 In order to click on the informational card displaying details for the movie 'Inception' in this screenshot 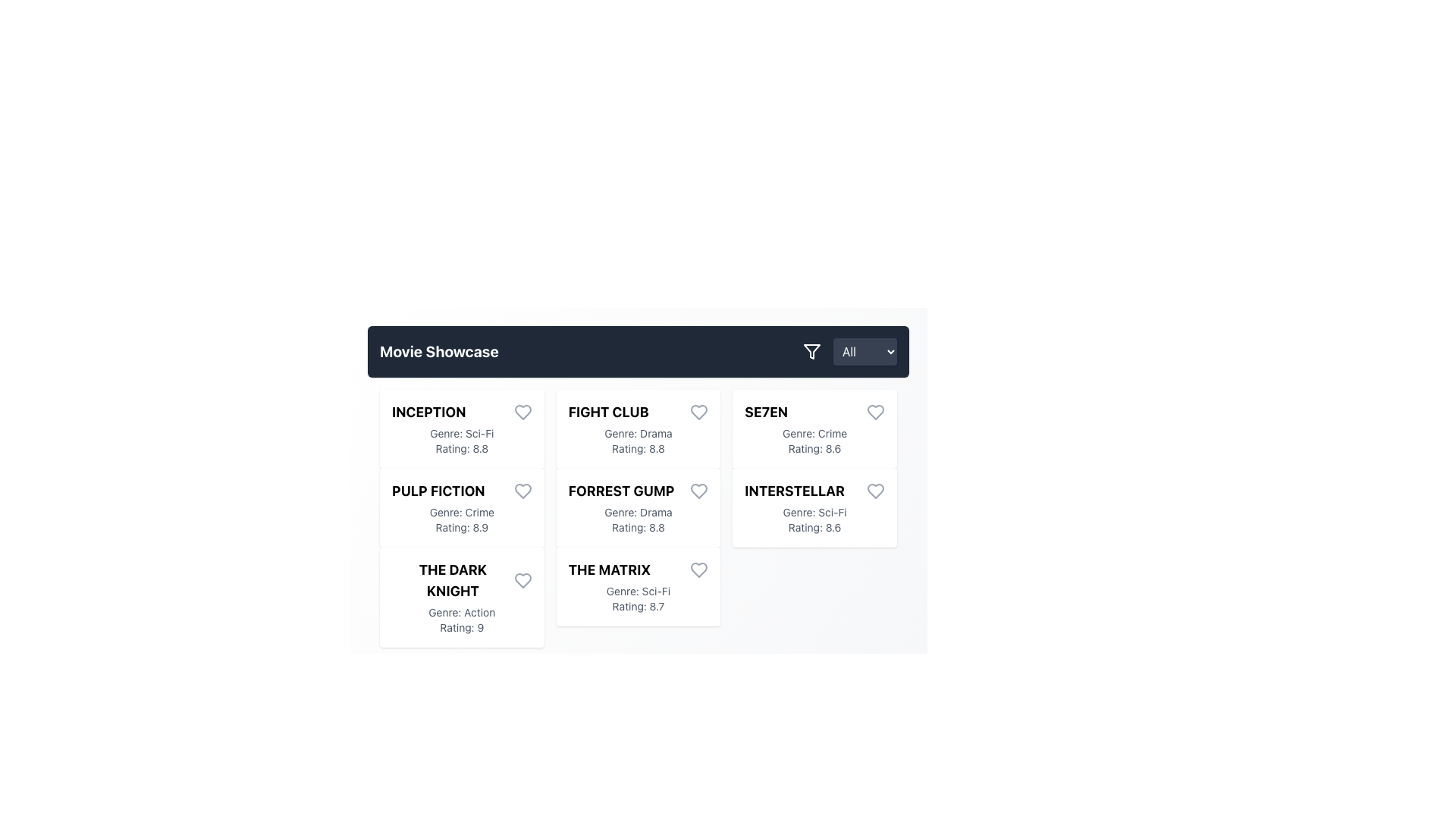, I will do `click(461, 429)`.